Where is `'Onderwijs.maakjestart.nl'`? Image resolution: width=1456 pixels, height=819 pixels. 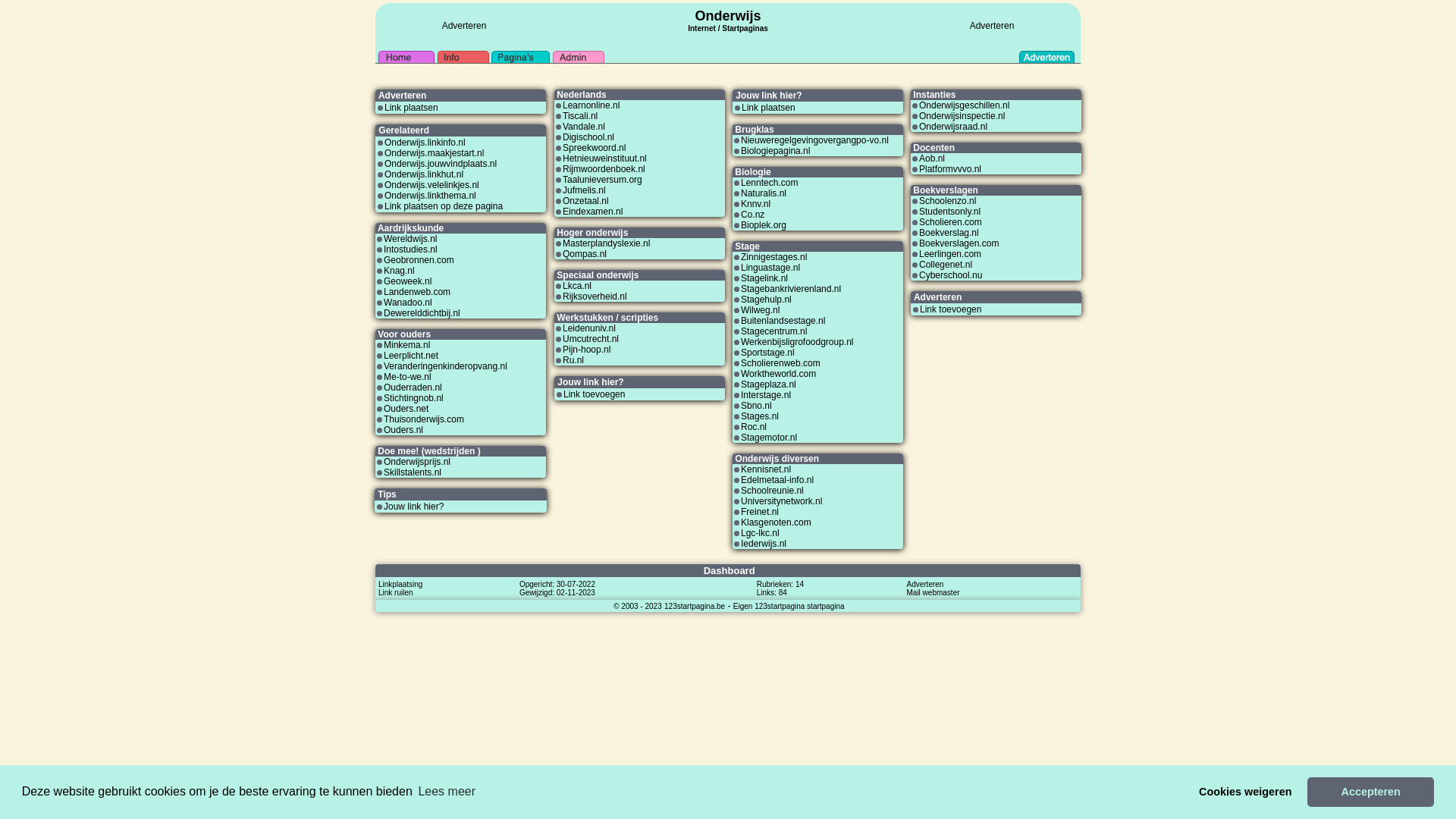 'Onderwijs.maakjestart.nl' is located at coordinates (384, 152).